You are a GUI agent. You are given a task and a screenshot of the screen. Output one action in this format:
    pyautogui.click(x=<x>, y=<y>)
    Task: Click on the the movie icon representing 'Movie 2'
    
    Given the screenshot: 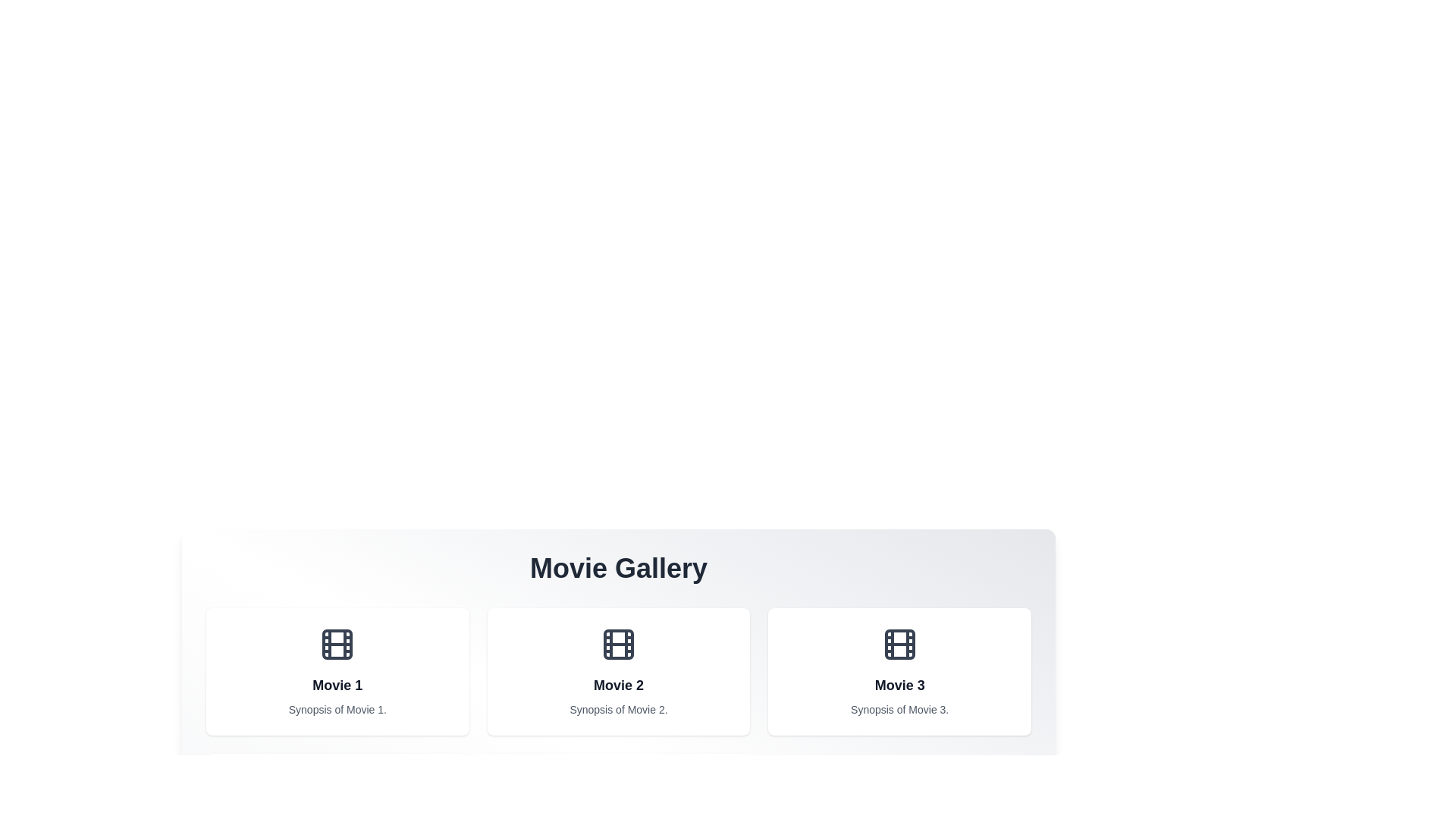 What is the action you would take?
    pyautogui.click(x=619, y=644)
    